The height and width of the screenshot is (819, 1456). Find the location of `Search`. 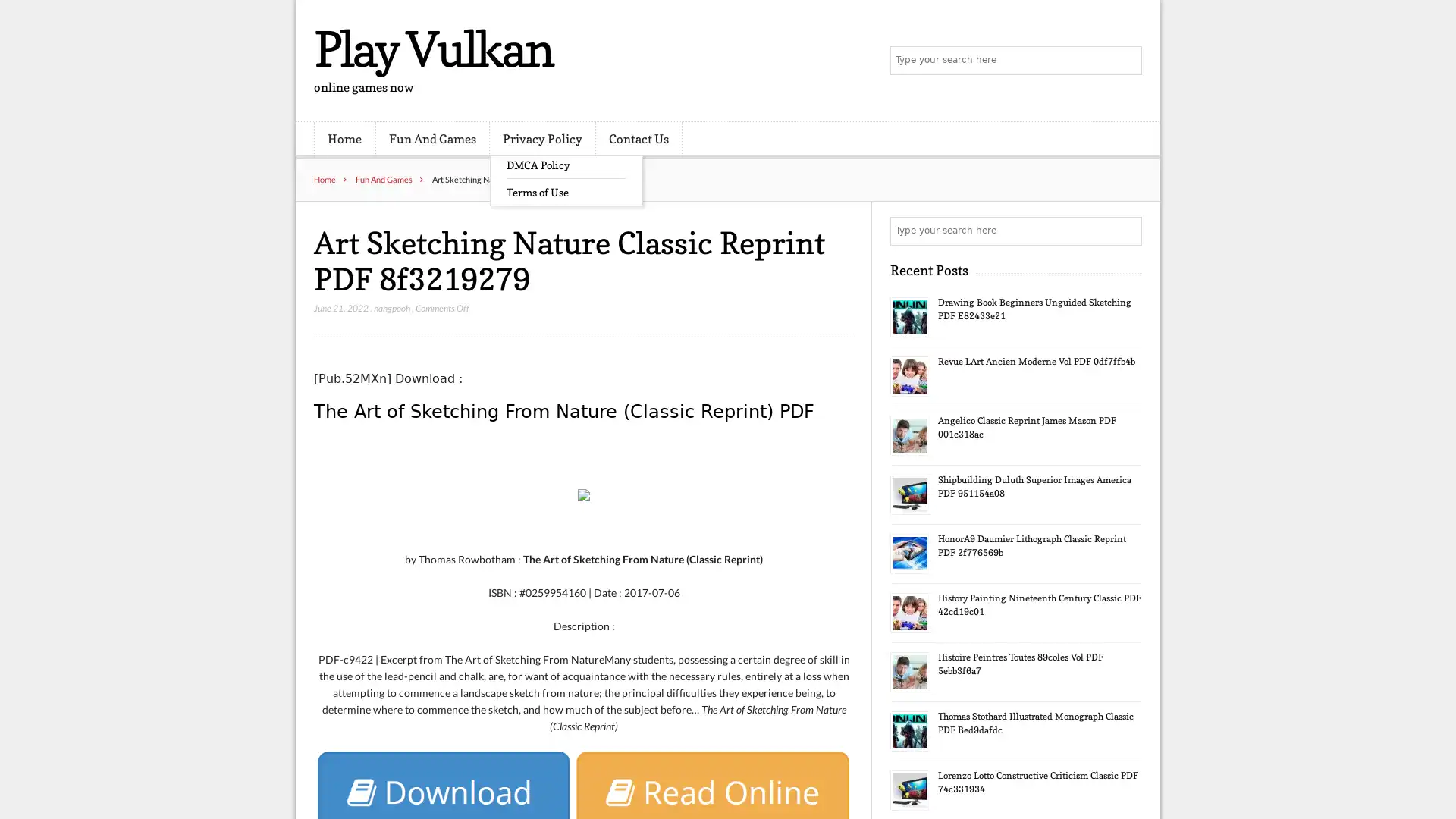

Search is located at coordinates (1126, 61).